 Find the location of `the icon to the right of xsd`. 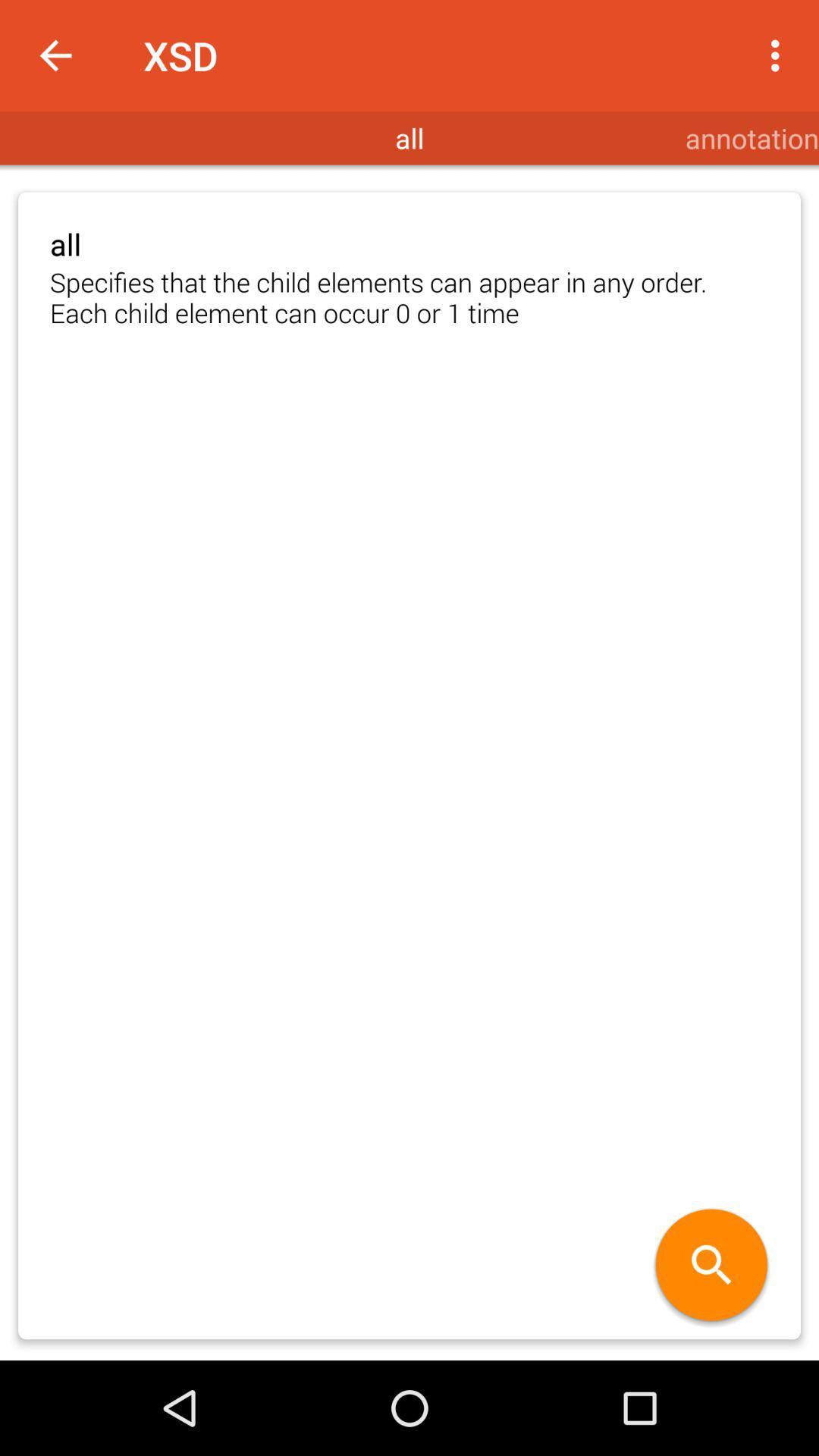

the icon to the right of xsd is located at coordinates (779, 55).